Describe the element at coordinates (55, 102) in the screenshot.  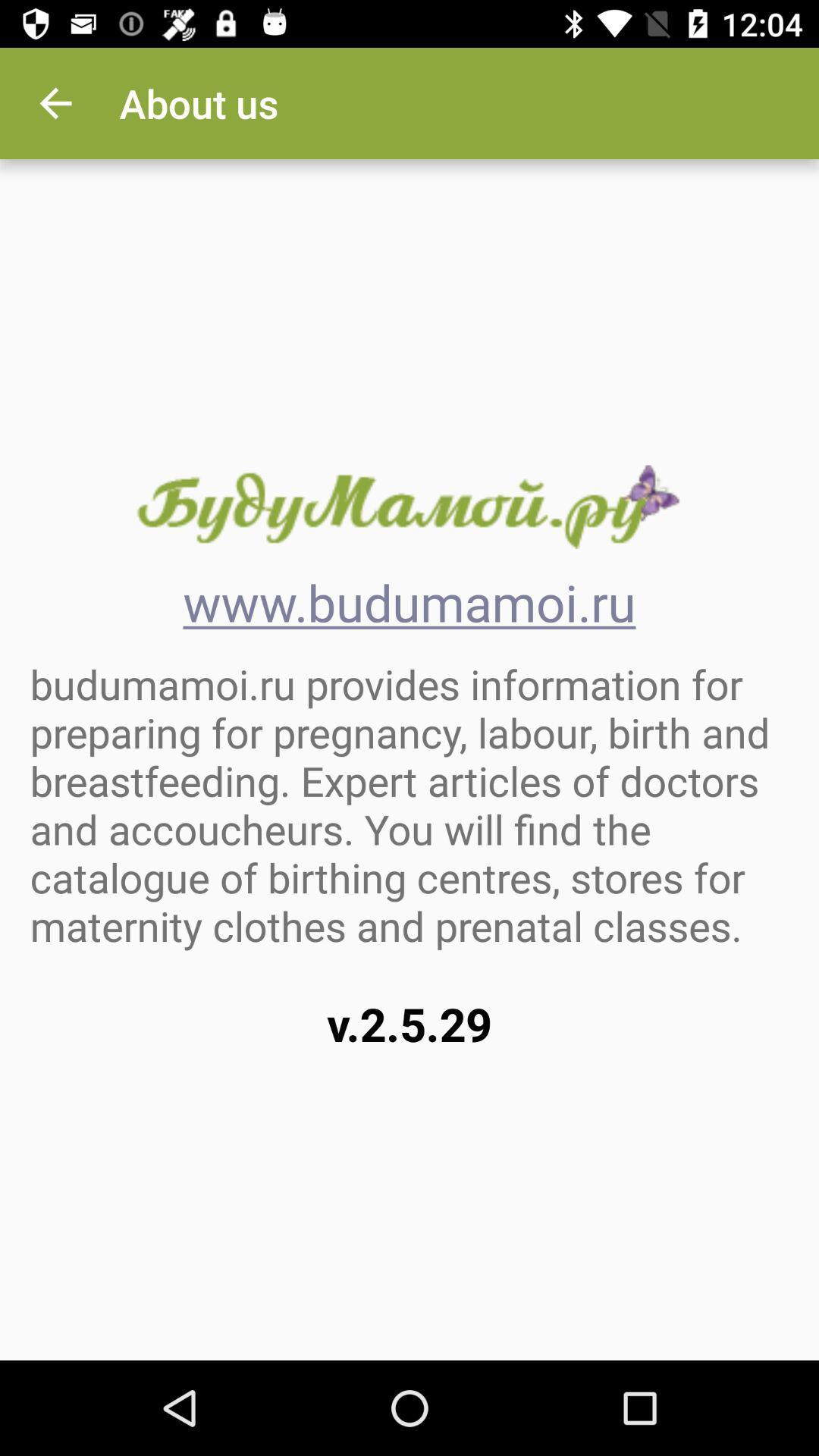
I see `item above budumamoi ru provides icon` at that location.